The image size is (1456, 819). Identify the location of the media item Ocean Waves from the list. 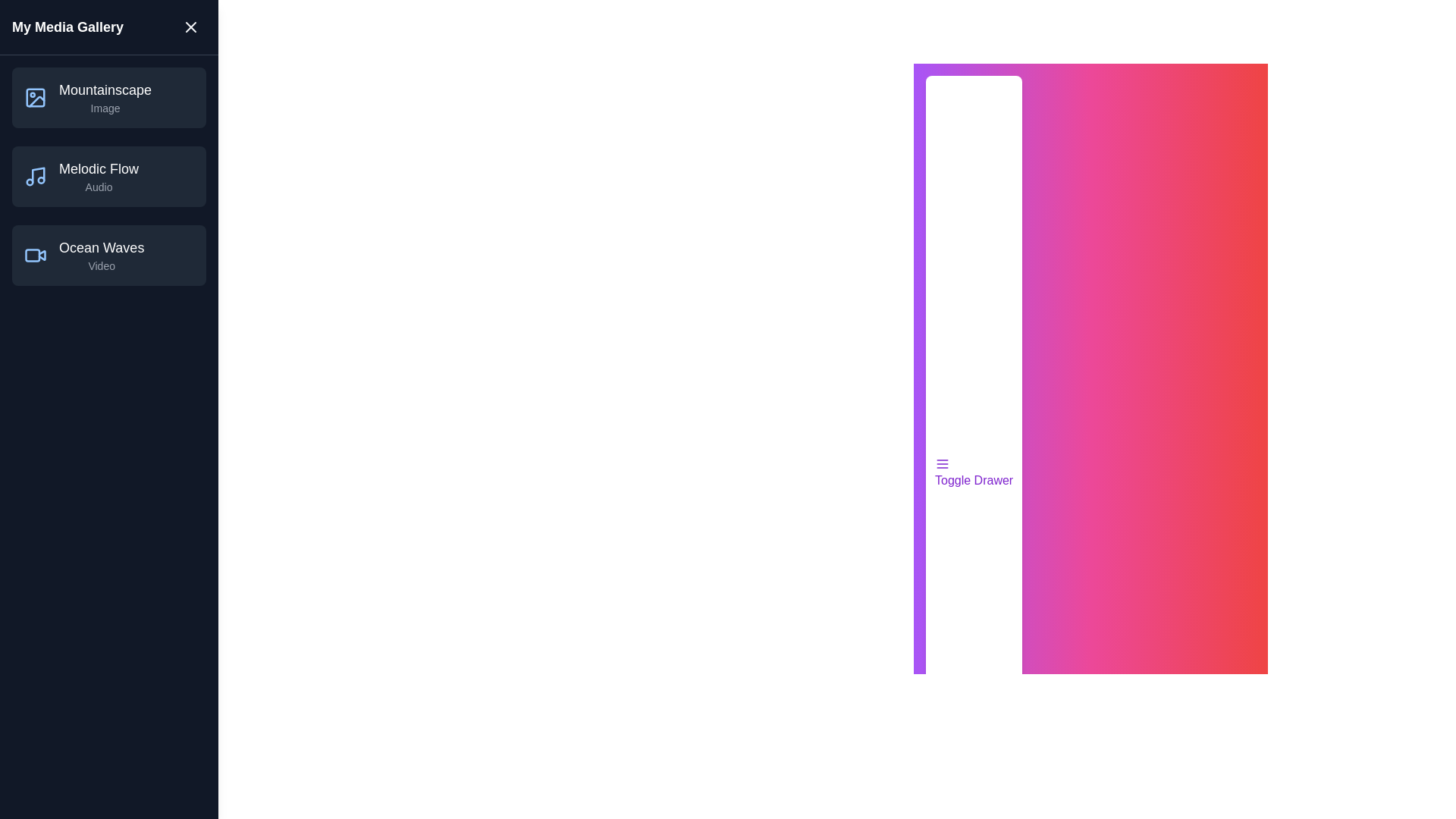
(108, 254).